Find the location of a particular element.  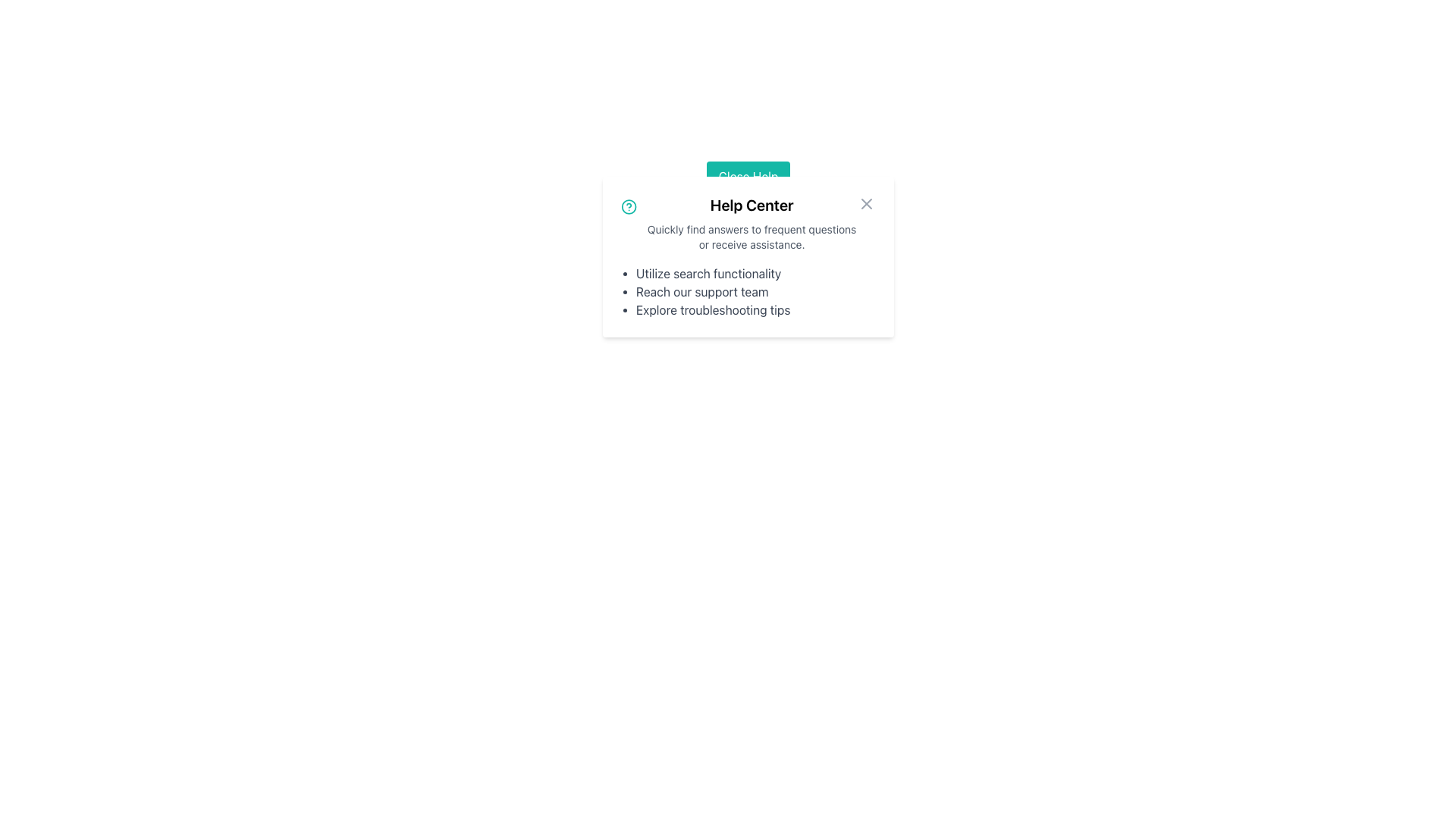

the Informational section which contains the heading and description text to read its content is located at coordinates (748, 223).